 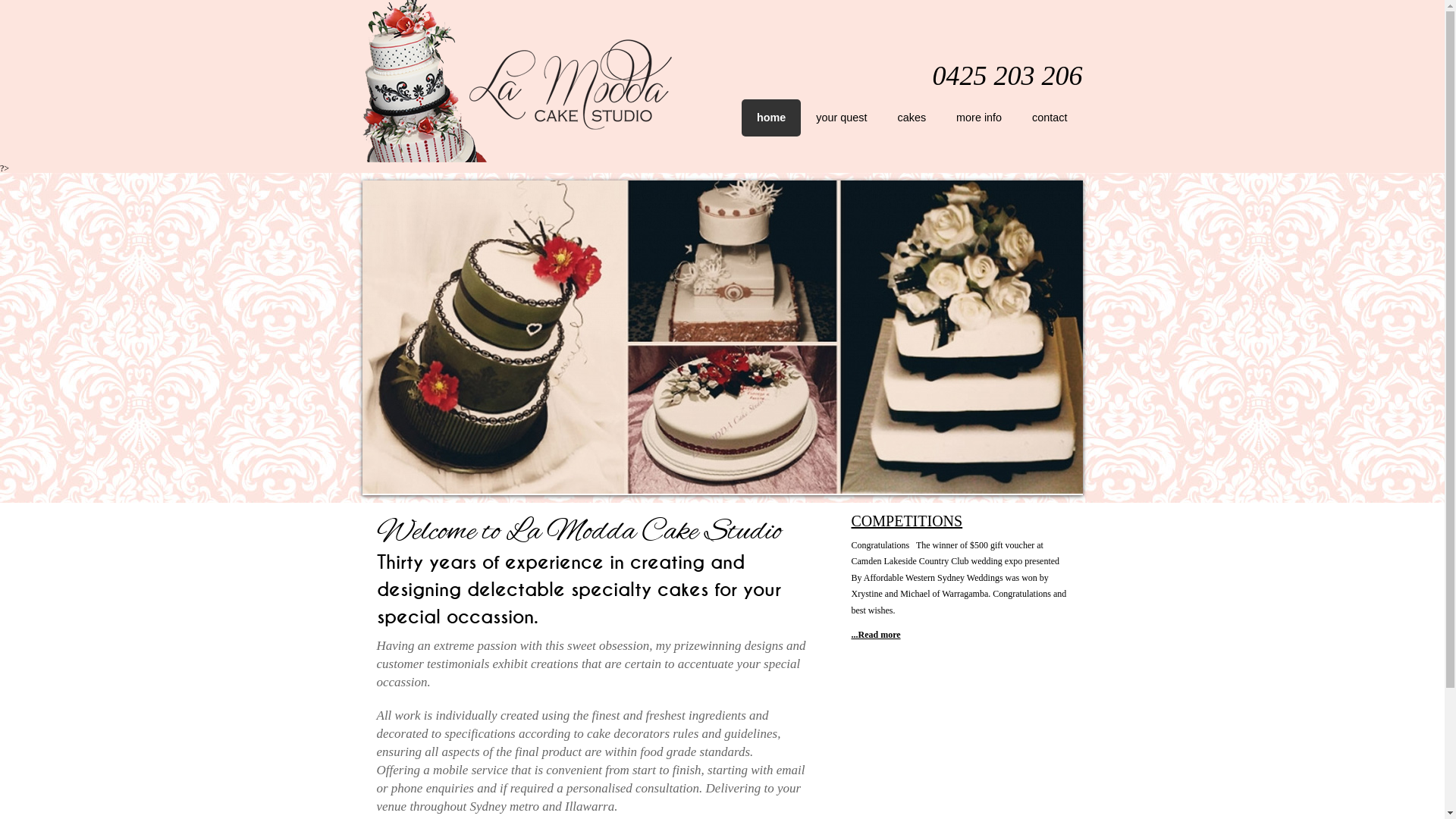 What do you see at coordinates (1048, 117) in the screenshot?
I see `'contact'` at bounding box center [1048, 117].